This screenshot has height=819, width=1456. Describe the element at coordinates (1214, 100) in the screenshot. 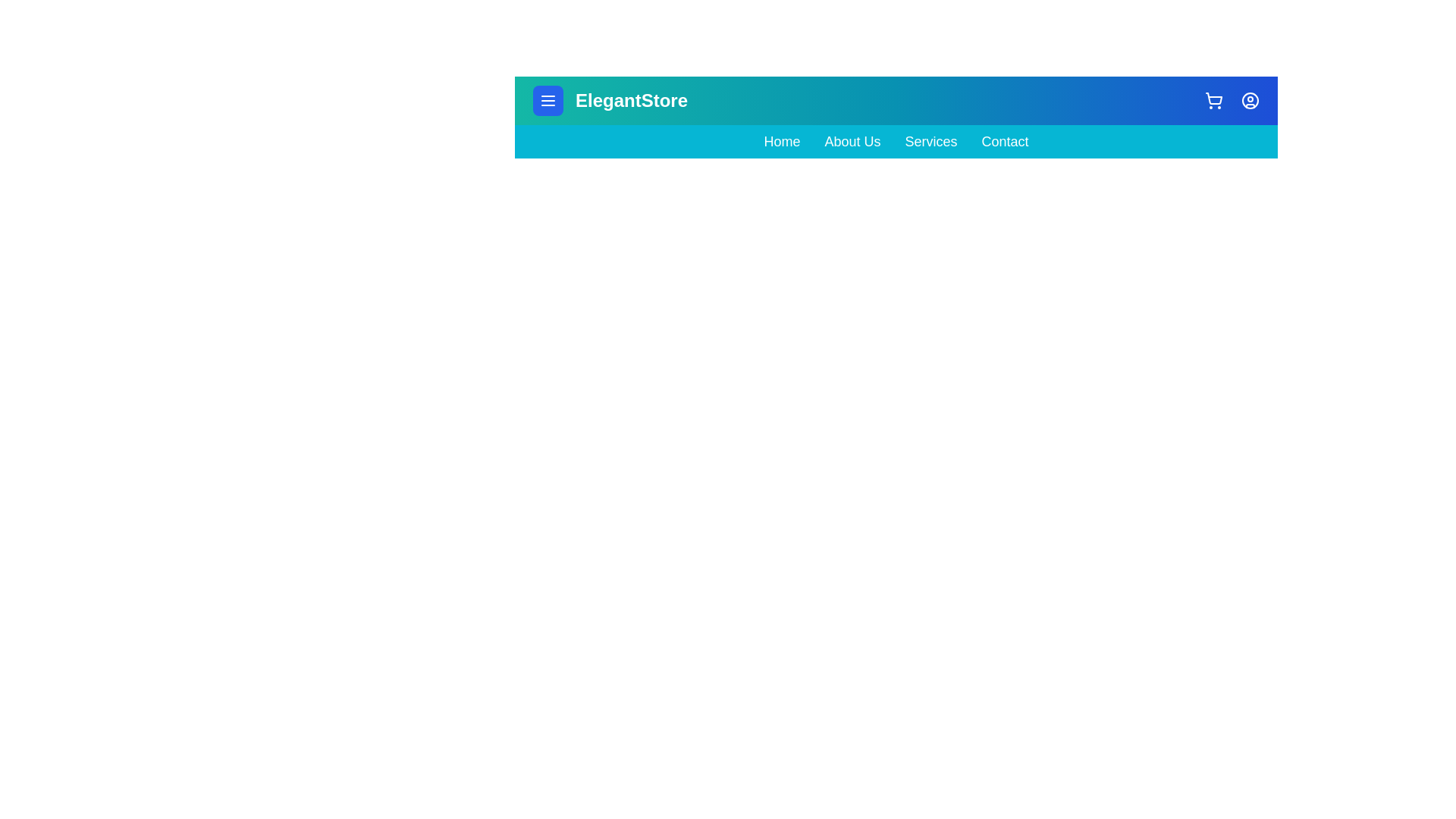

I see `the shopping cart icon` at that location.